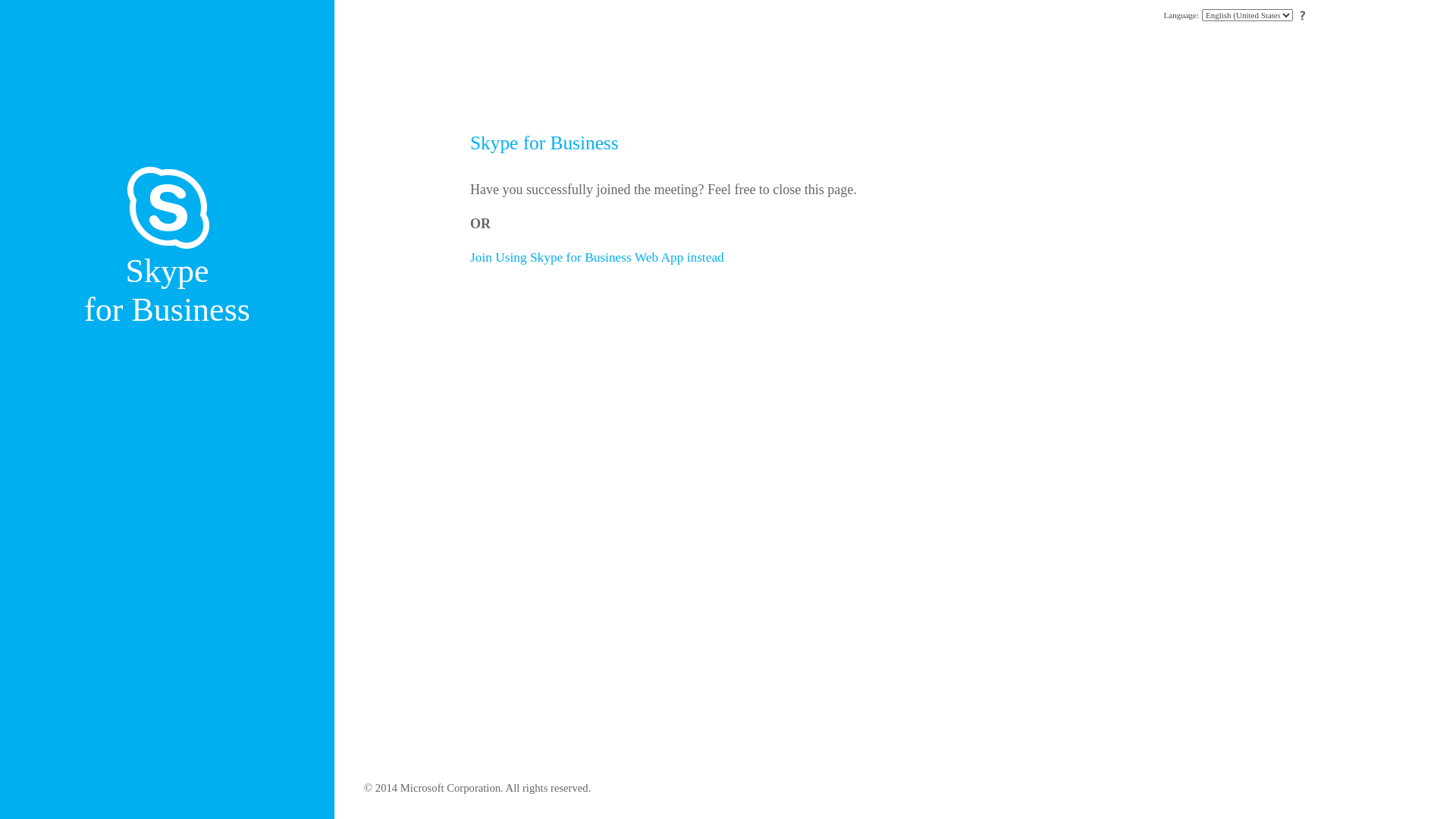  I want to click on 'Online Help', so click(1302, 14).